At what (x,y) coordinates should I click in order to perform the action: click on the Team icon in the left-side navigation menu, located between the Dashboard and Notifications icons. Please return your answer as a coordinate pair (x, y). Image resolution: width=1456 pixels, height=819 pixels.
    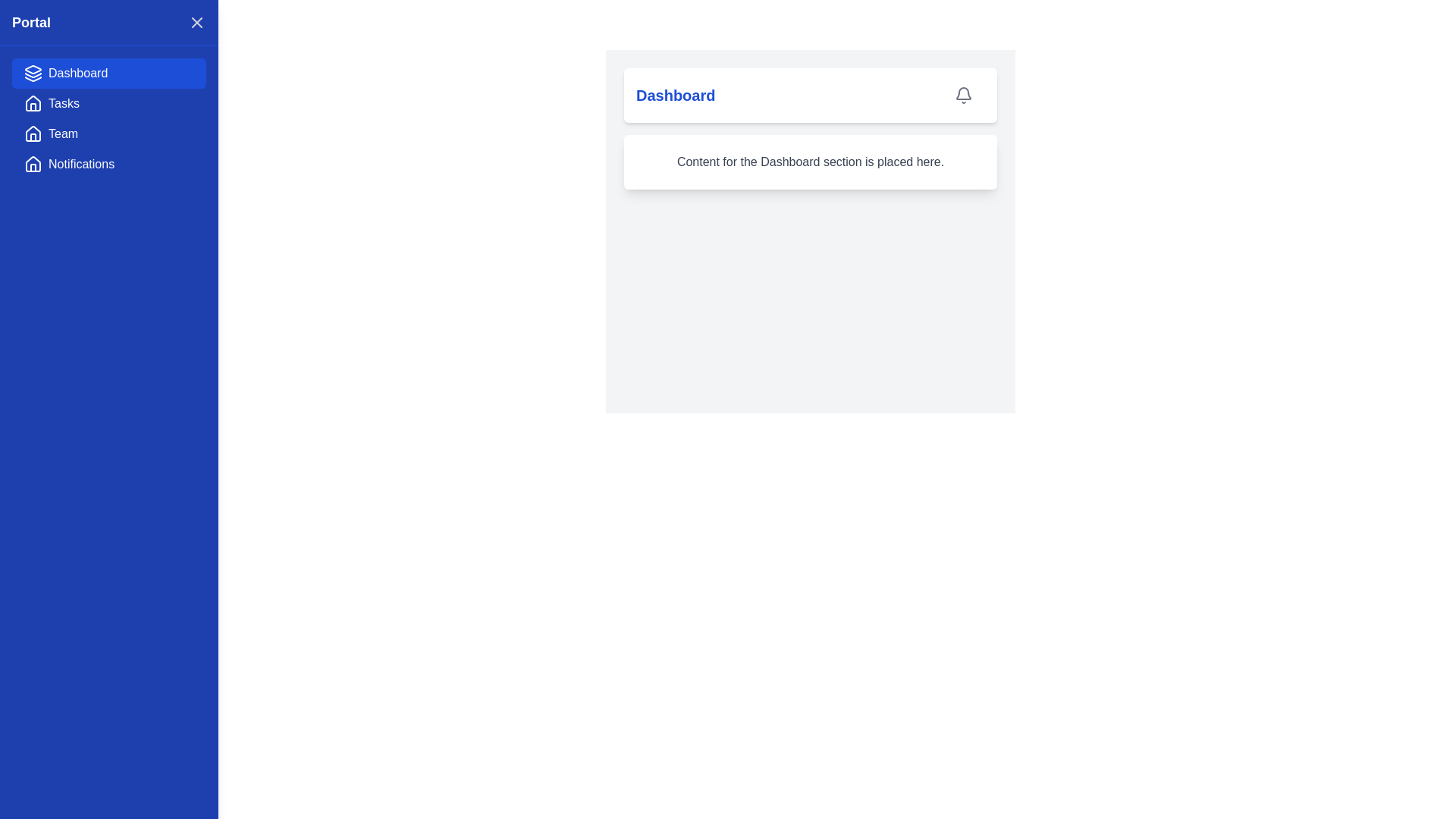
    Looking at the image, I should click on (33, 133).